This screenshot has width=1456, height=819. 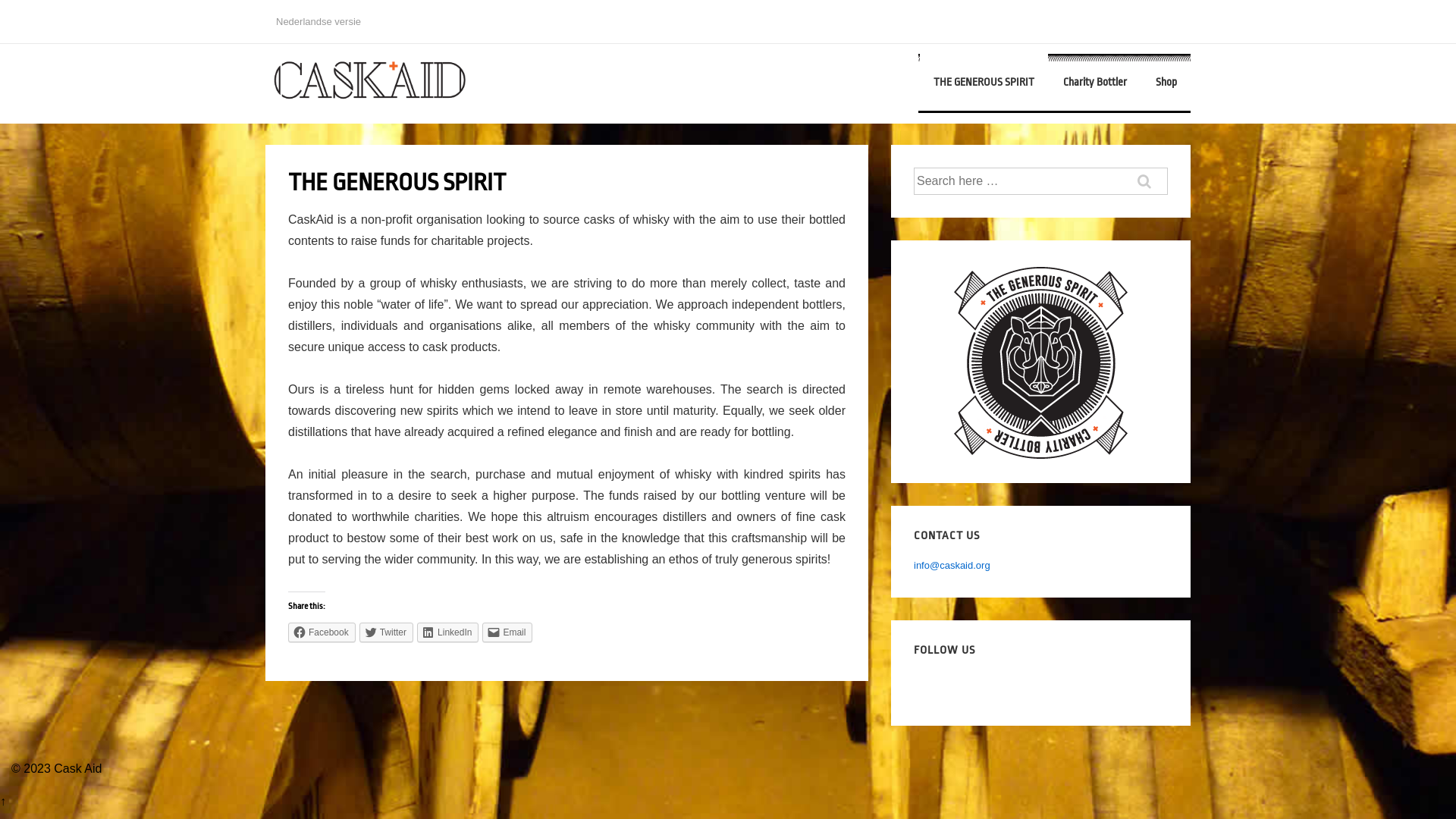 I want to click on 'Twitter', so click(x=386, y=632).